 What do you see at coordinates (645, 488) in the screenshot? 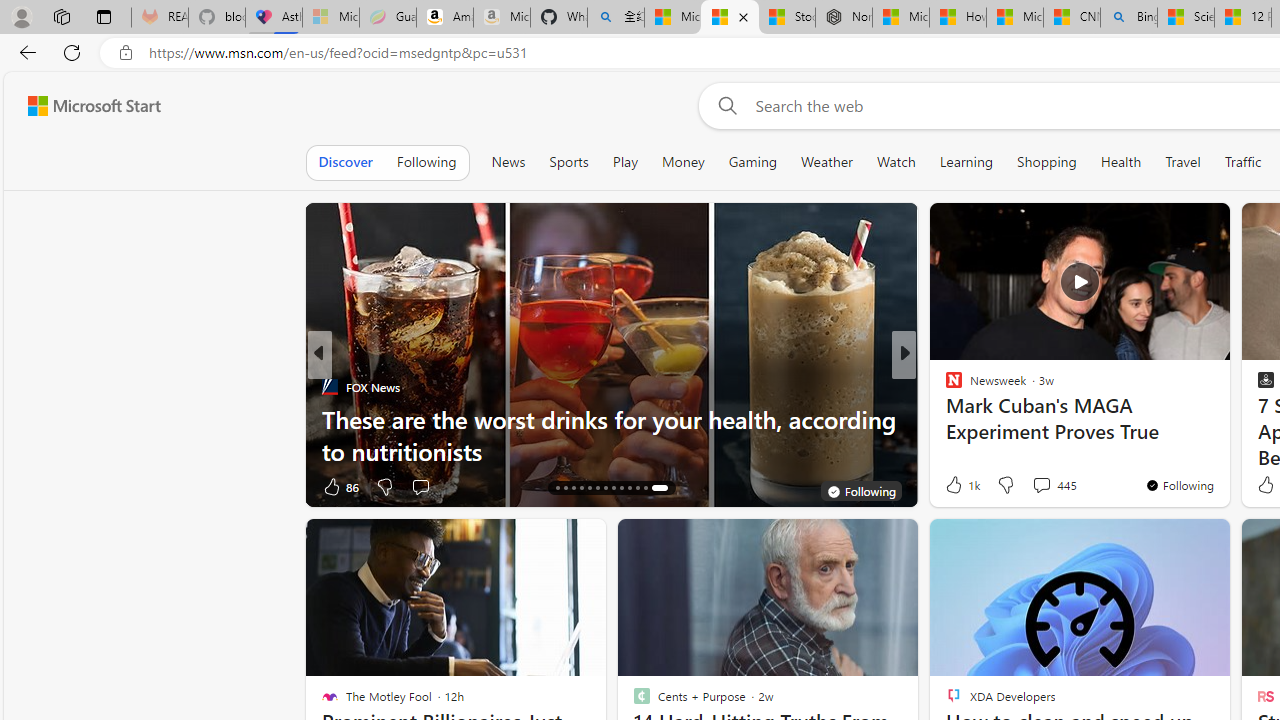
I see `'AutomationID: tab-25'` at bounding box center [645, 488].